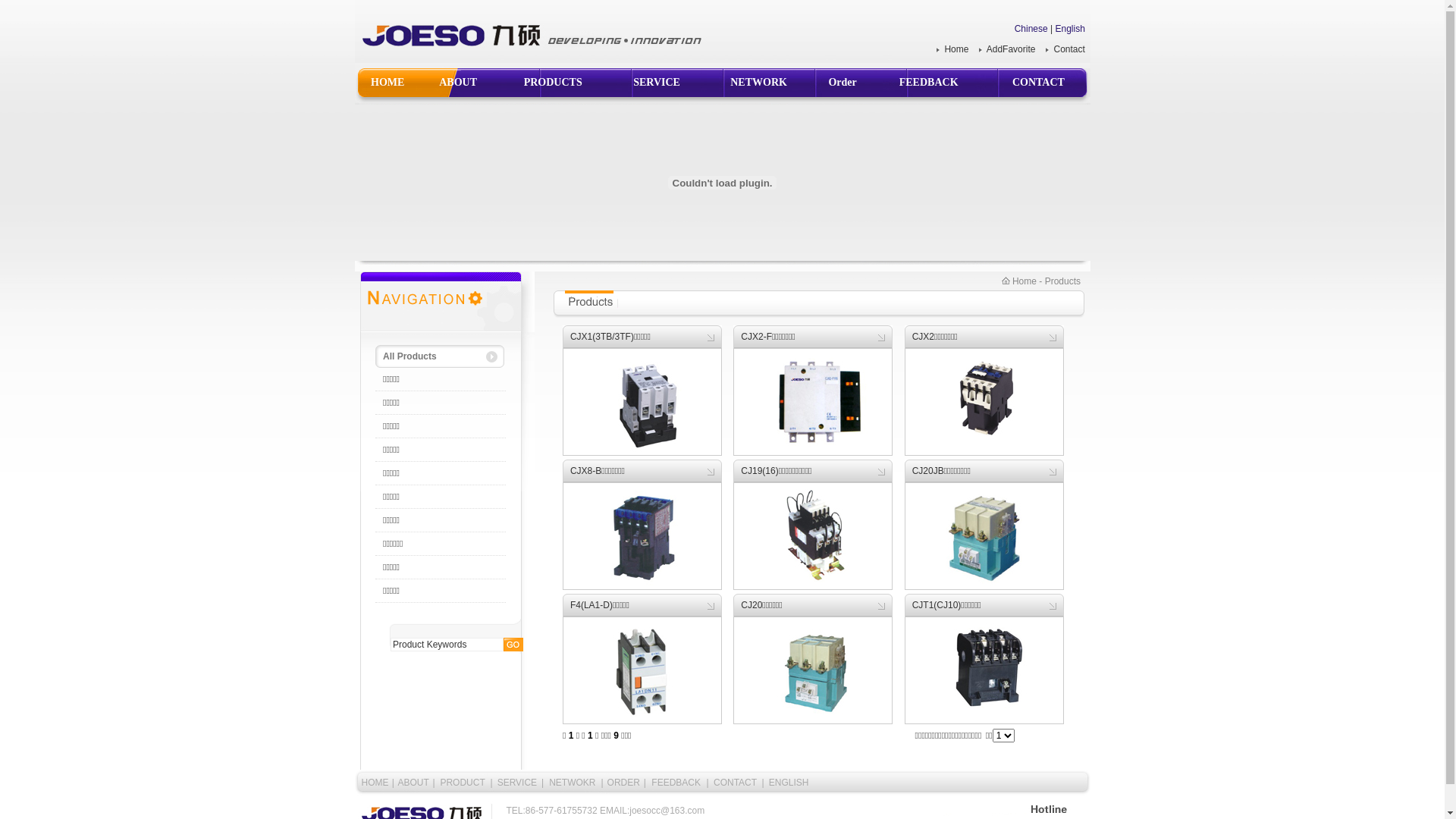 The width and height of the screenshot is (1456, 819). What do you see at coordinates (955, 49) in the screenshot?
I see `'Home'` at bounding box center [955, 49].